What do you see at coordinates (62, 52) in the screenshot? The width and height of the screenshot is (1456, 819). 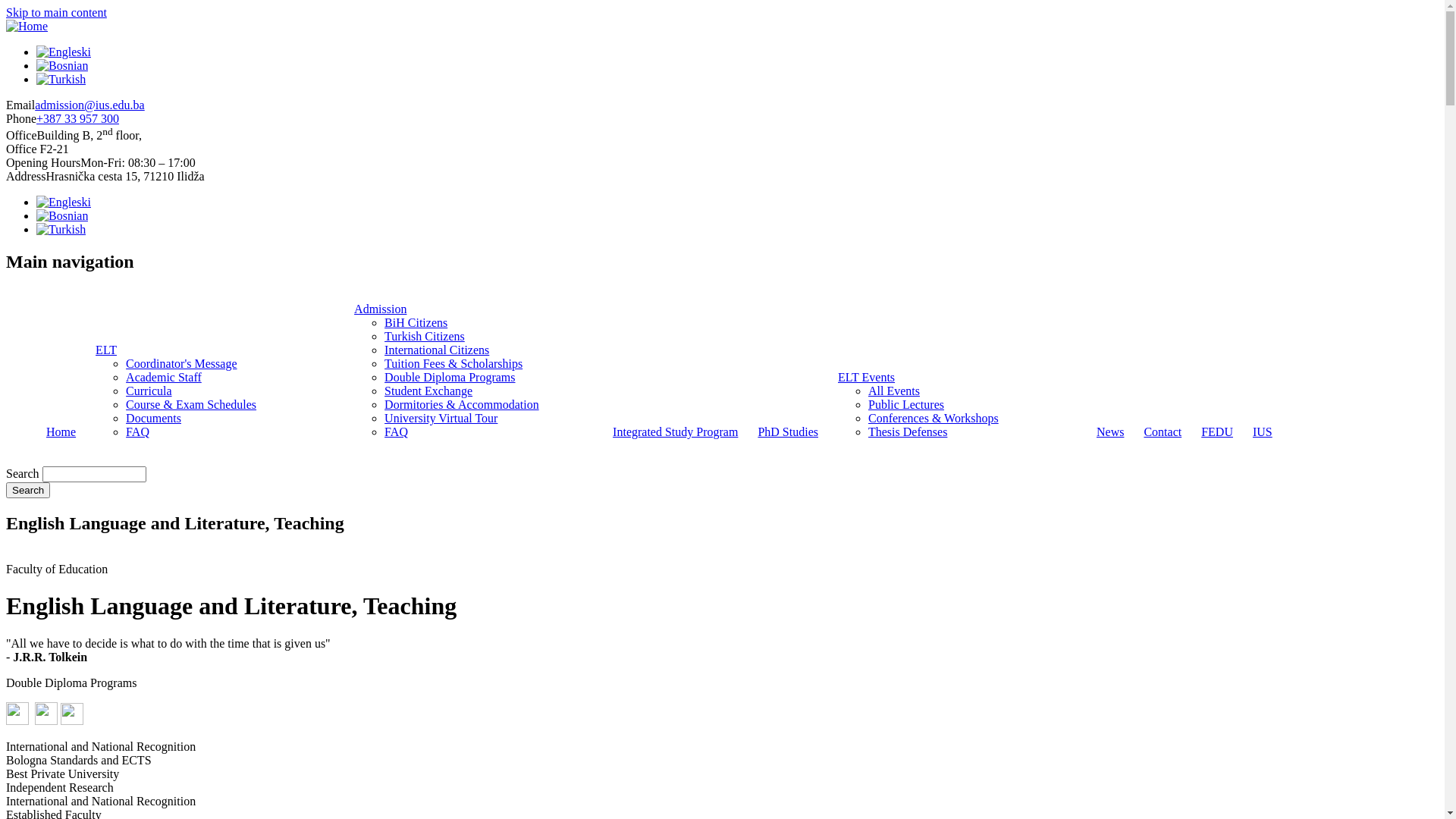 I see `'Engleski'` at bounding box center [62, 52].